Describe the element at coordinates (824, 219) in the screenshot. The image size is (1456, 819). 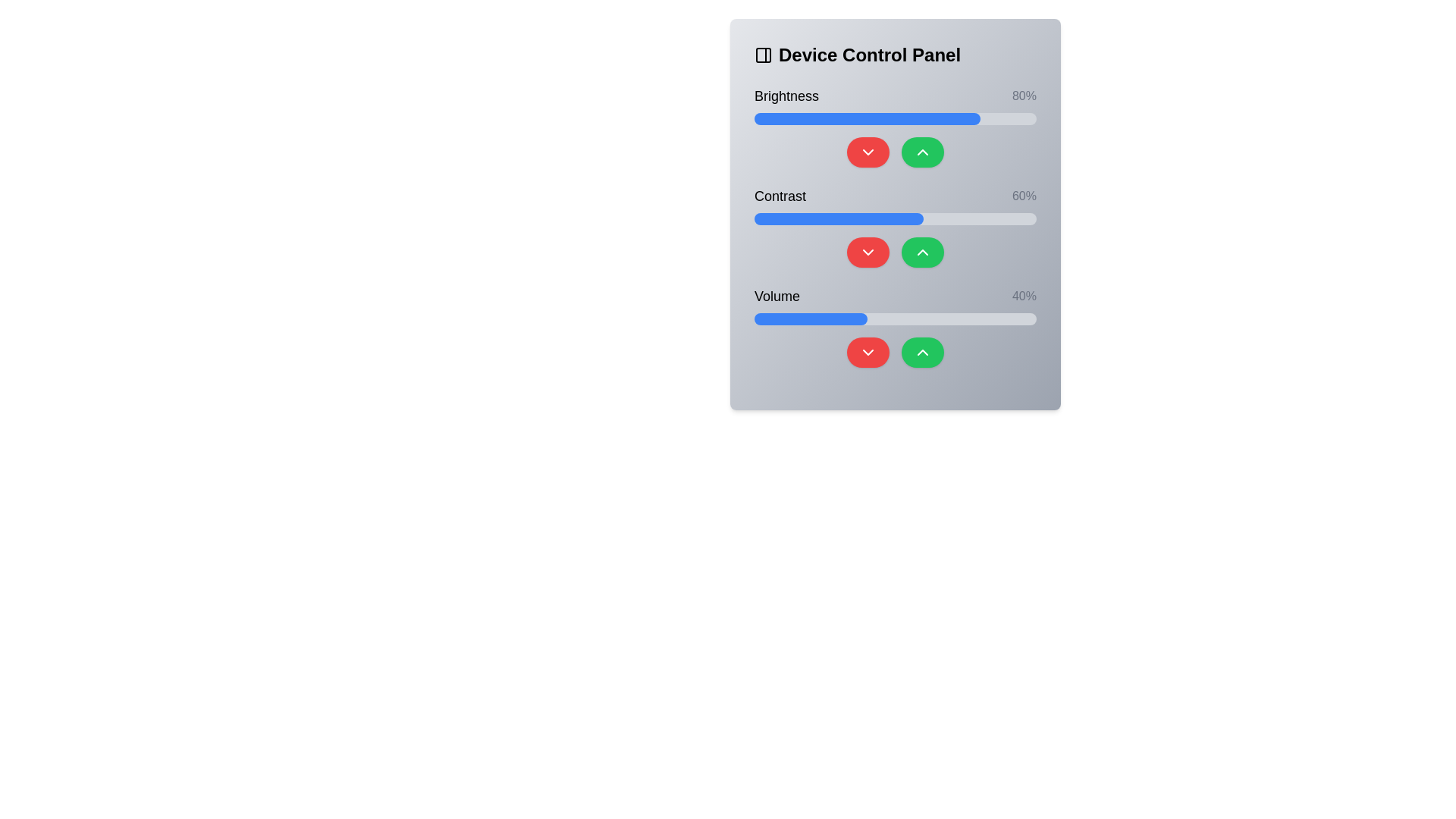
I see `the contrast` at that location.